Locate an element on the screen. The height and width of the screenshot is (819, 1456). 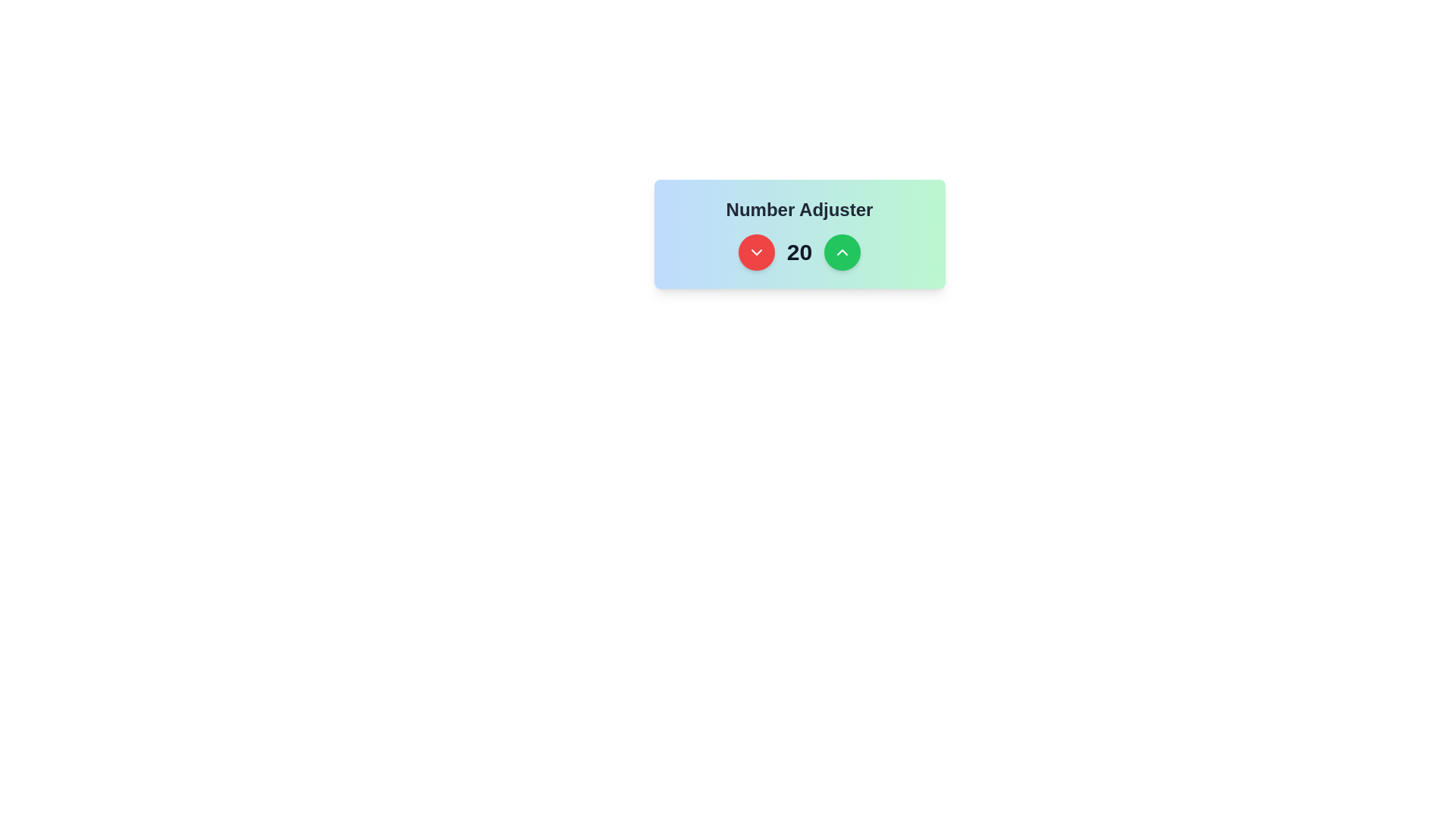
the small, downward-pointing arrow icon located within the red circular button on the left side of the 'Number Adjuster' horizontal group is located at coordinates (756, 251).